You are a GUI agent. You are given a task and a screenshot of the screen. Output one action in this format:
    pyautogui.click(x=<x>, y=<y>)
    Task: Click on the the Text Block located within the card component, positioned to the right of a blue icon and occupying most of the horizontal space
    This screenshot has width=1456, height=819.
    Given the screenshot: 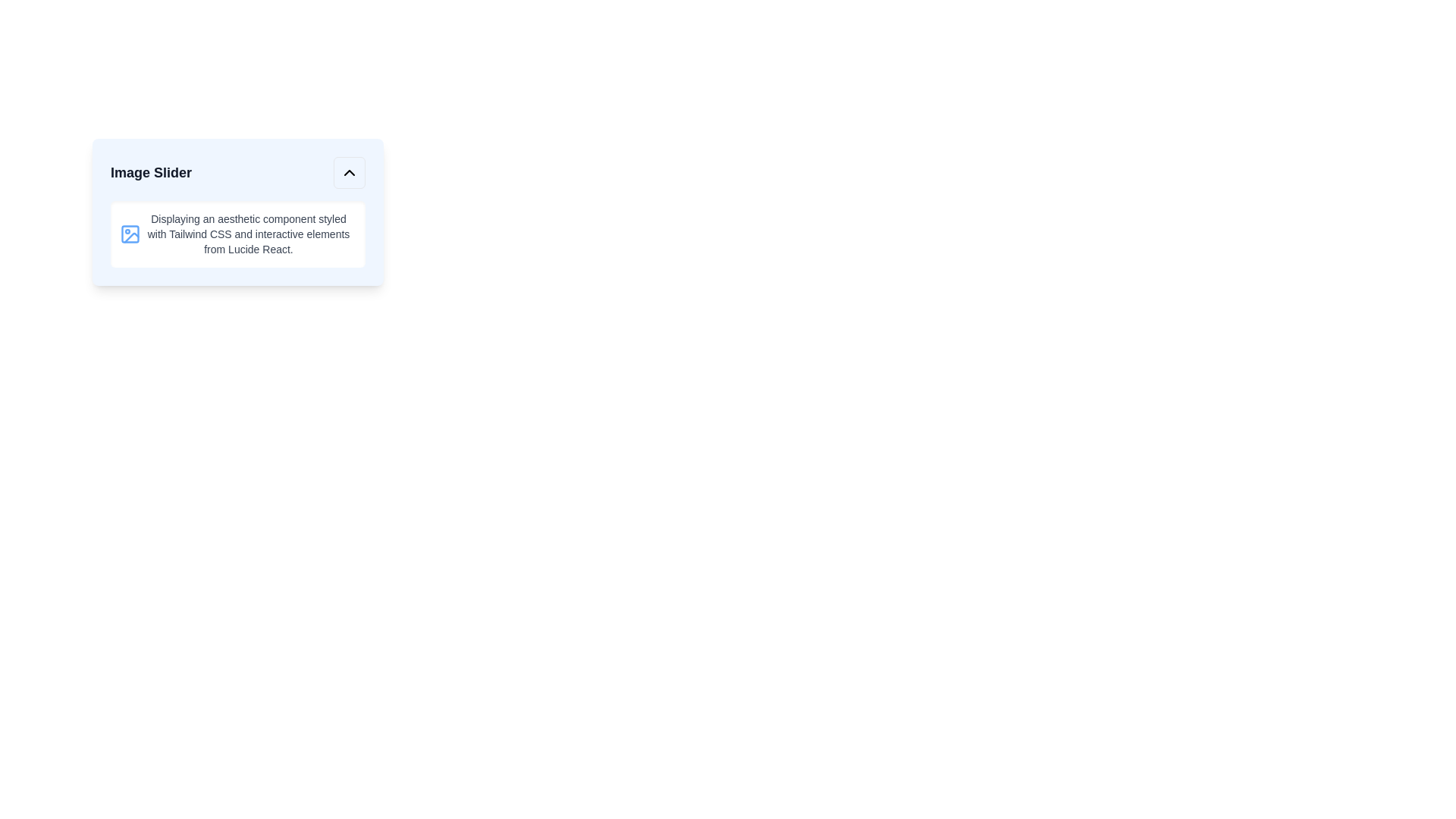 What is the action you would take?
    pyautogui.click(x=248, y=234)
    